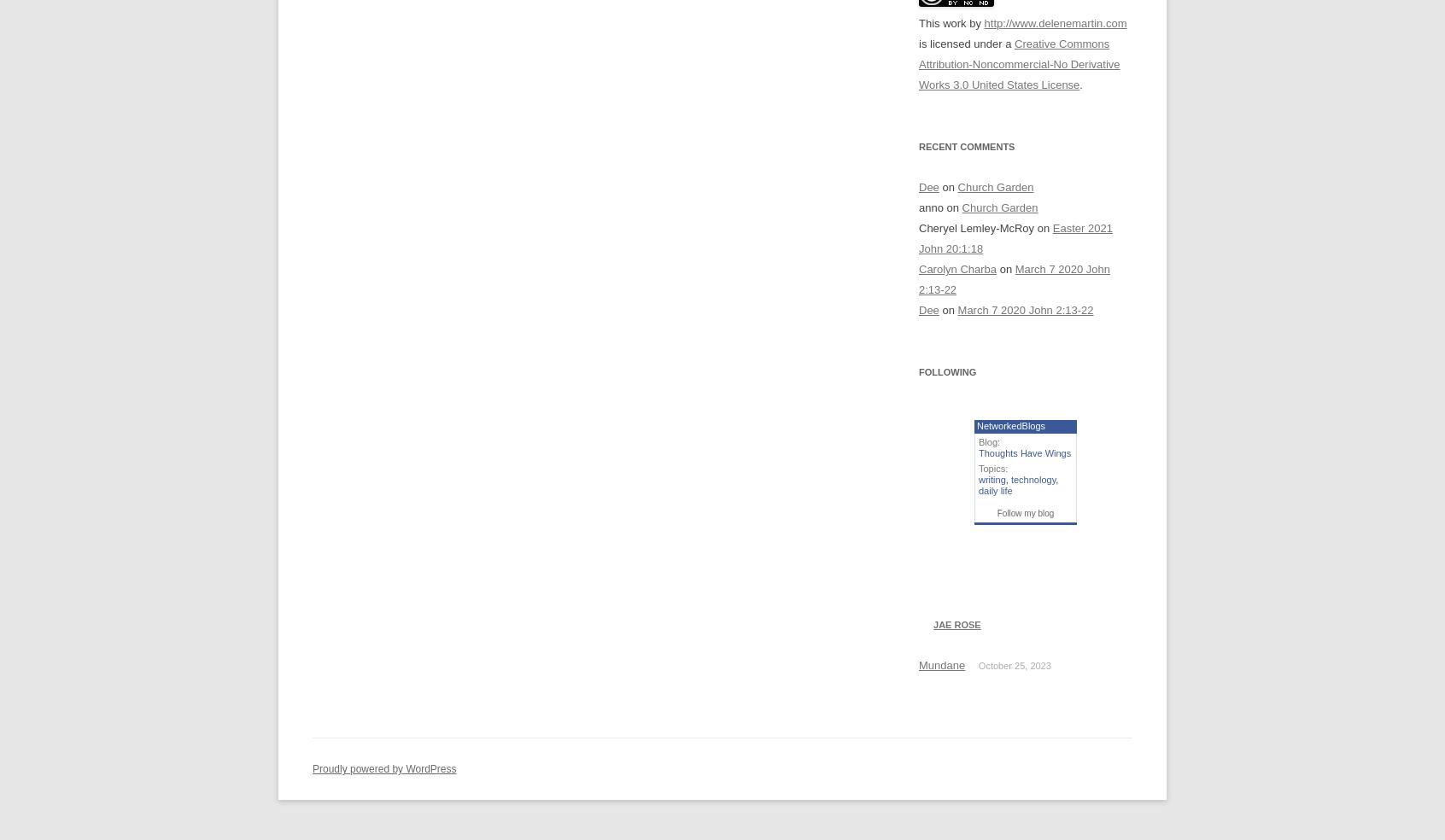  Describe the element at coordinates (988, 440) in the screenshot. I see `'Blog:'` at that location.